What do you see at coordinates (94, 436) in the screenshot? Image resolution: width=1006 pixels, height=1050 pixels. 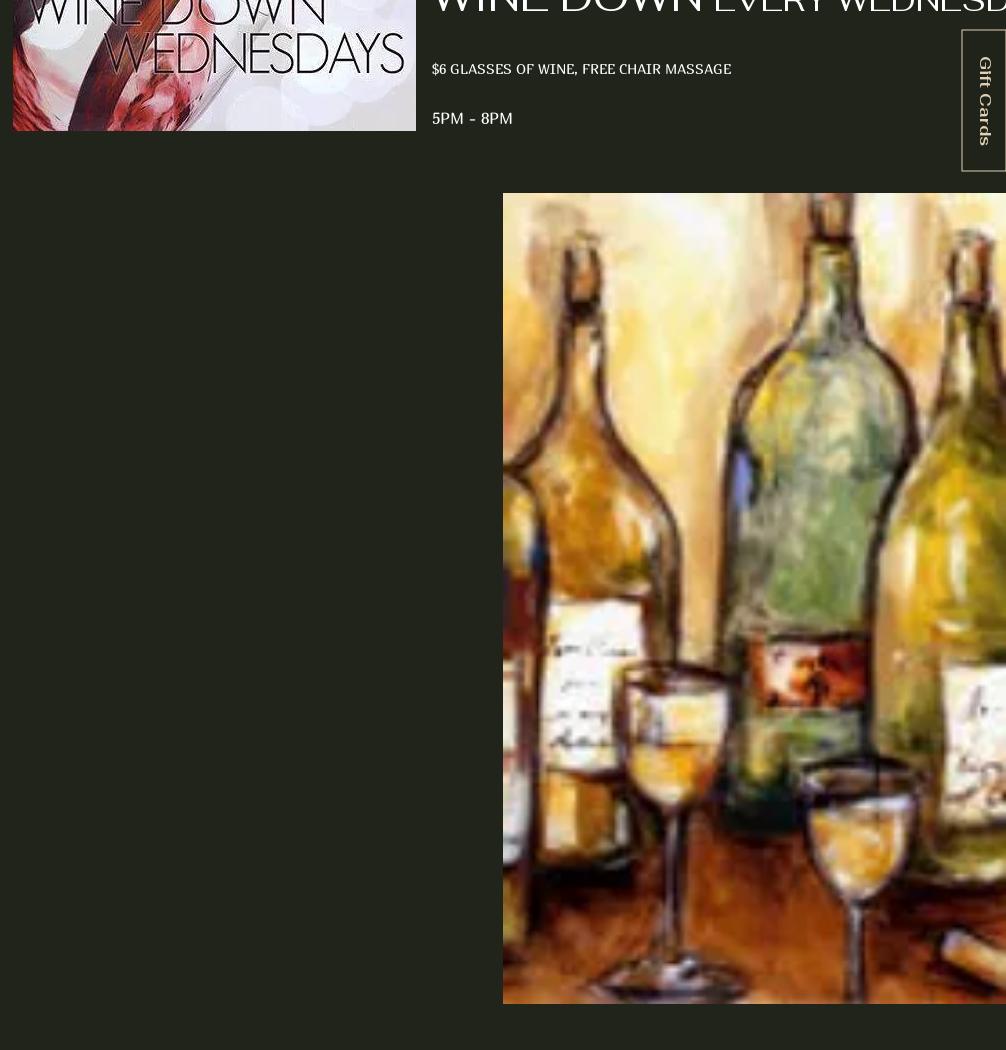 I see `'1 - 4 PM'` at bounding box center [94, 436].